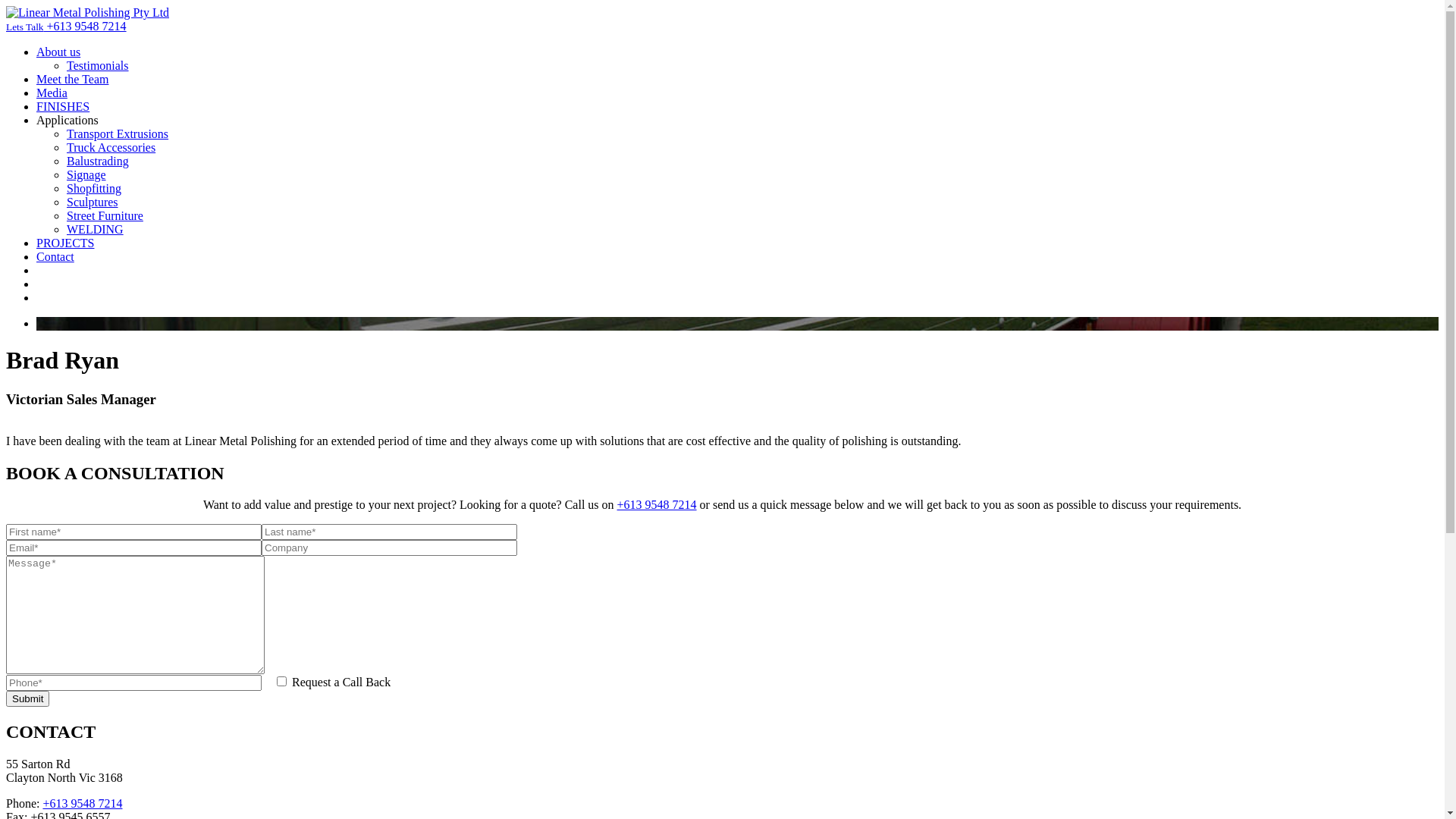 This screenshot has width=1456, height=819. What do you see at coordinates (36, 256) in the screenshot?
I see `'Contact'` at bounding box center [36, 256].